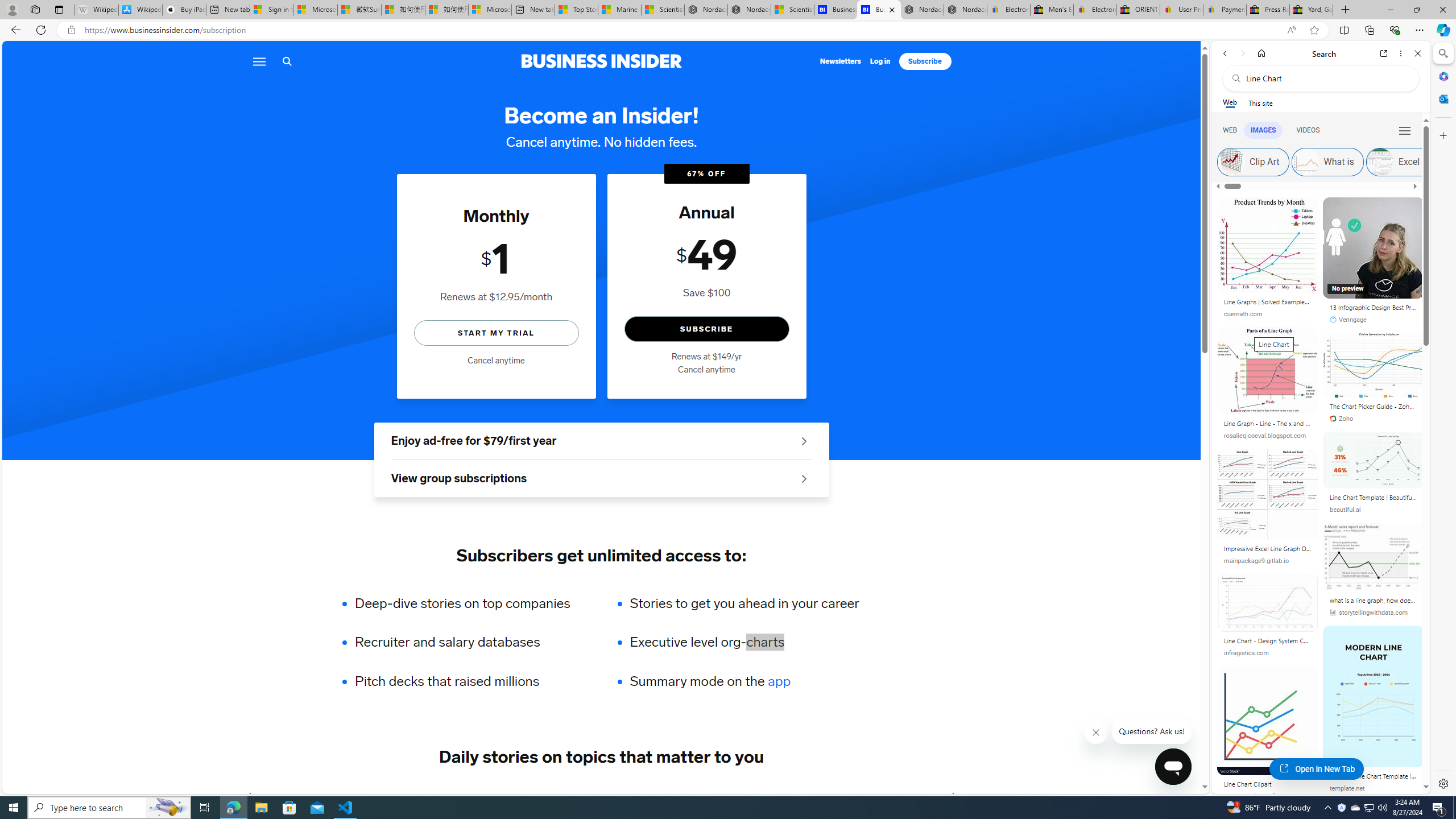 Image resolution: width=1456 pixels, height=819 pixels. What do you see at coordinates (1372, 407) in the screenshot?
I see `'The Chart Picker Guide - Zoho Blog'` at bounding box center [1372, 407].